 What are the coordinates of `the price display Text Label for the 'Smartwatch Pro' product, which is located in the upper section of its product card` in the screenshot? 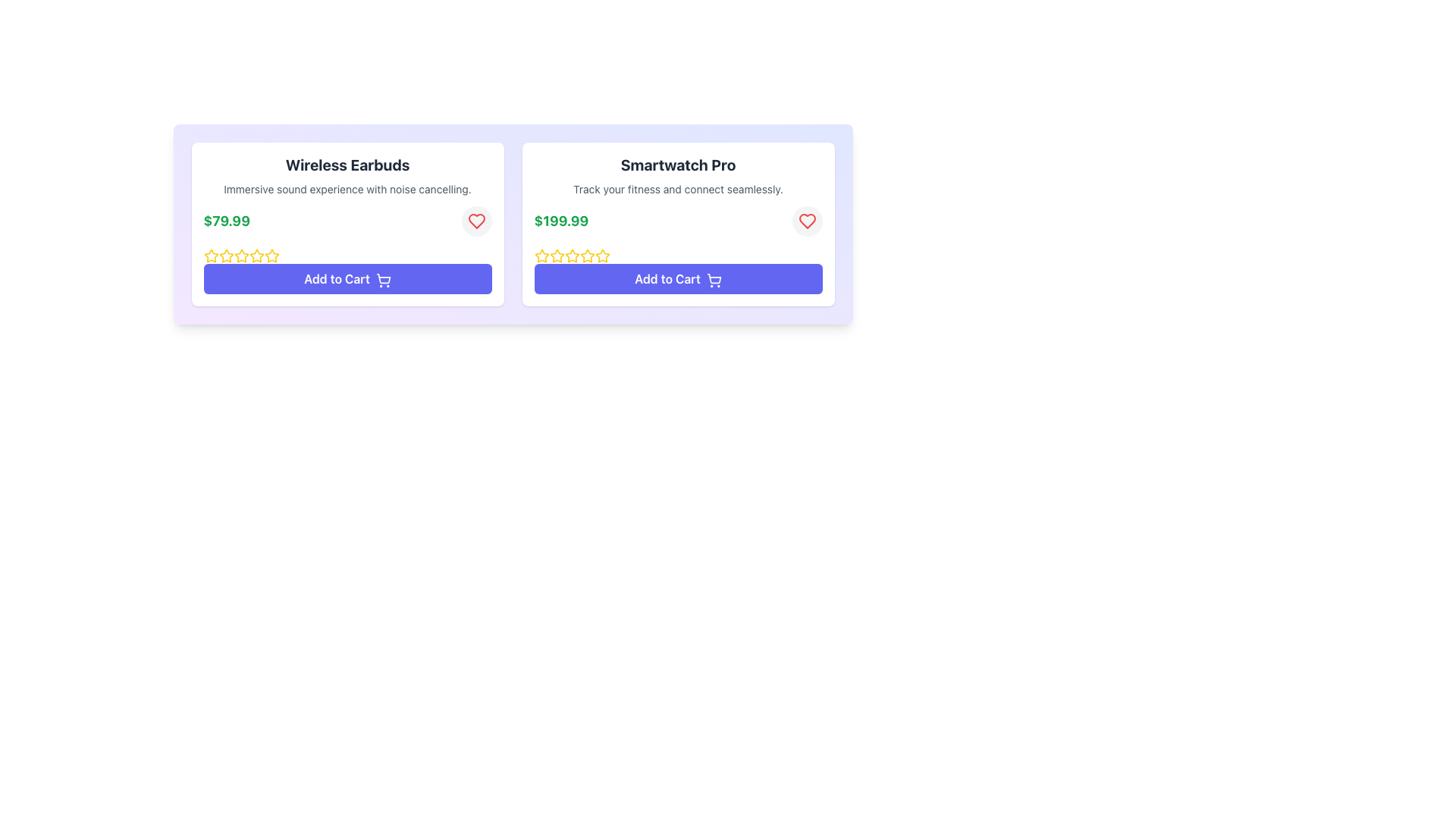 It's located at (560, 221).